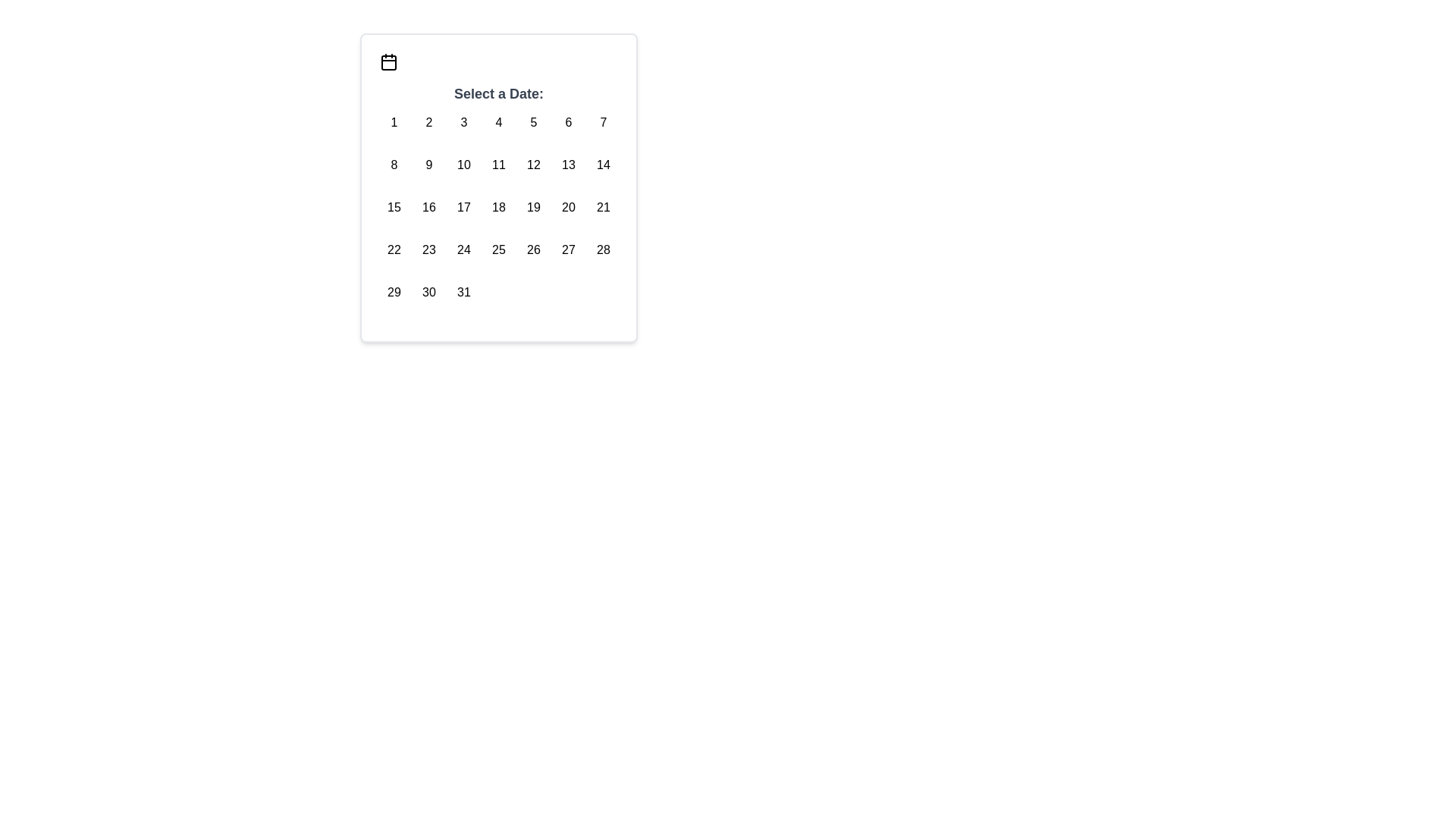  I want to click on the circular button labeled '7', so click(603, 122).